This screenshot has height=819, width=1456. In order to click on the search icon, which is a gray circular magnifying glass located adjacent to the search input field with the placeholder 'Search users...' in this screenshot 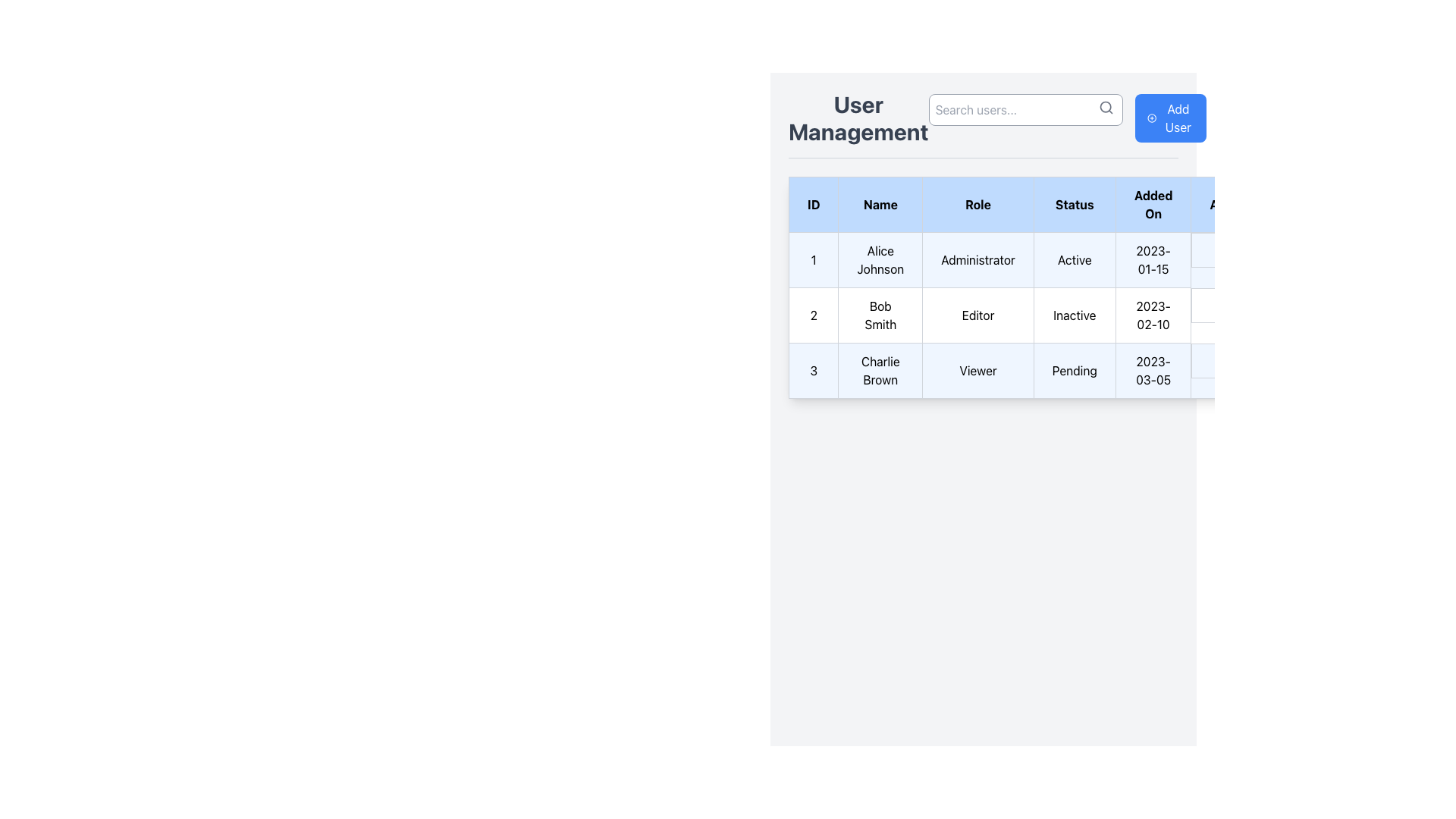, I will do `click(1106, 107)`.